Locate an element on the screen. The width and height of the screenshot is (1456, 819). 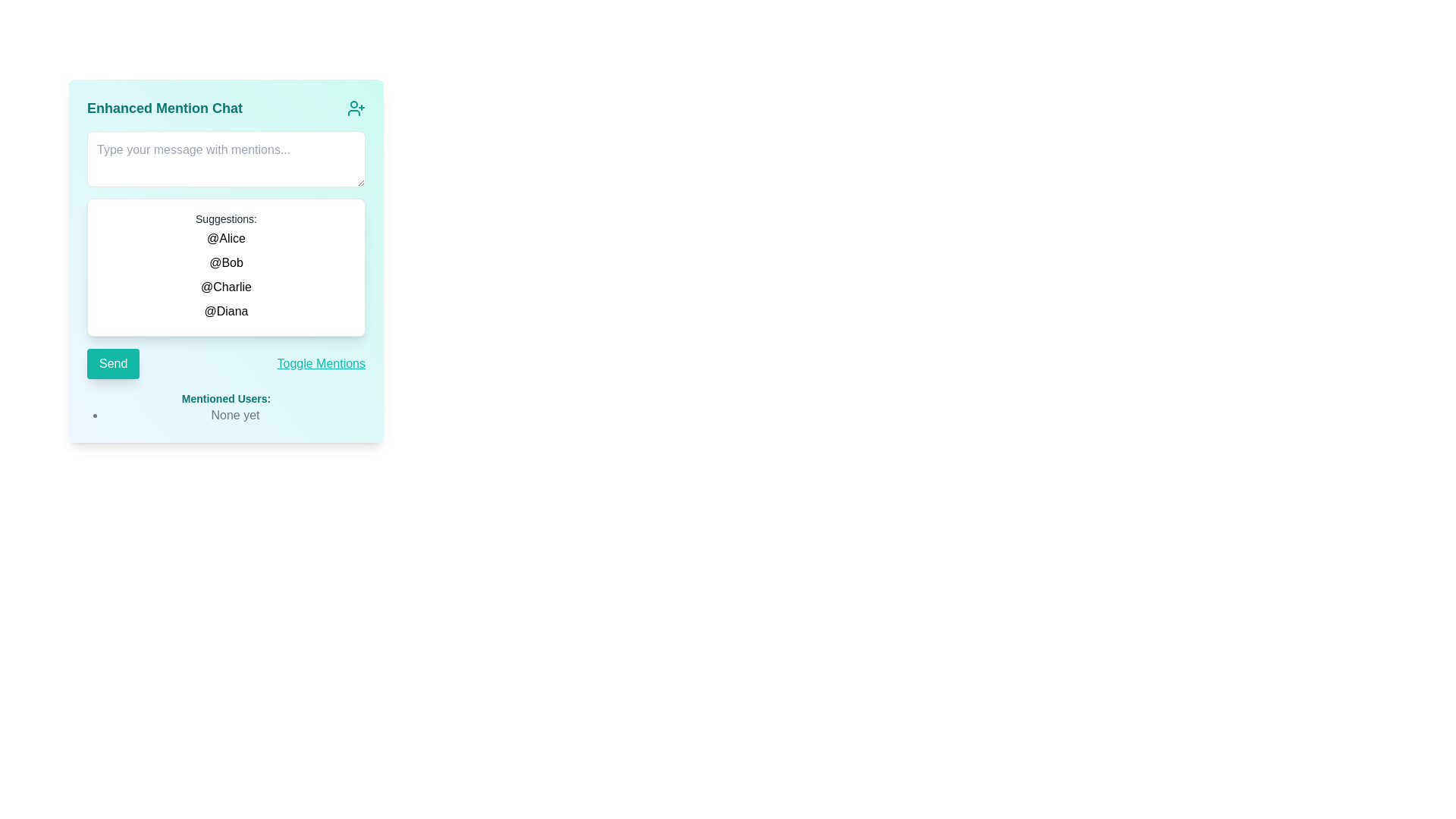
the text input field with the placeholder 'Type your message with mentions...' located below the title 'Enhanced Mention Chat' is located at coordinates (225, 158).